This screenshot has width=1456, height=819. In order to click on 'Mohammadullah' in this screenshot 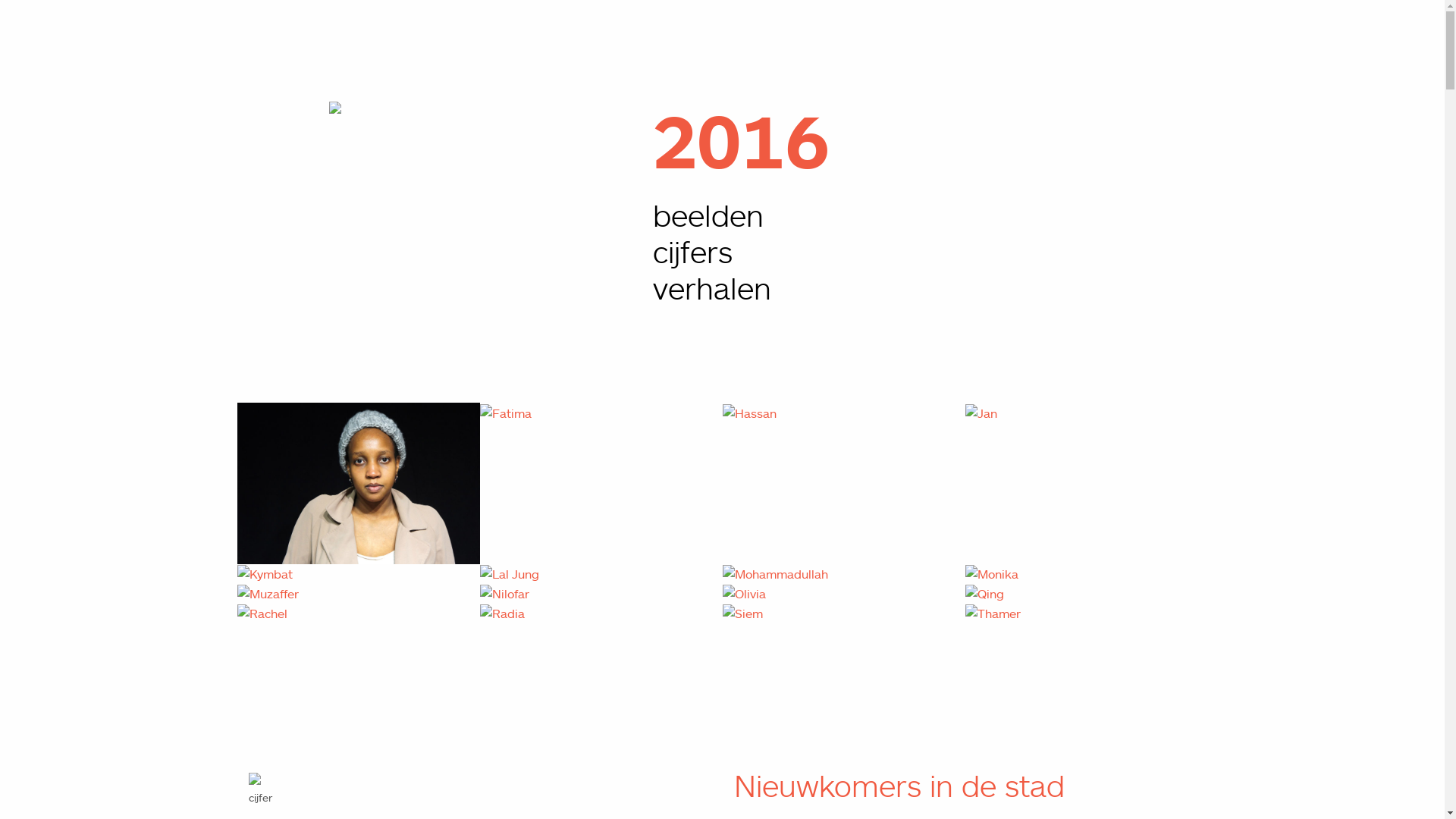, I will do `click(774, 573)`.